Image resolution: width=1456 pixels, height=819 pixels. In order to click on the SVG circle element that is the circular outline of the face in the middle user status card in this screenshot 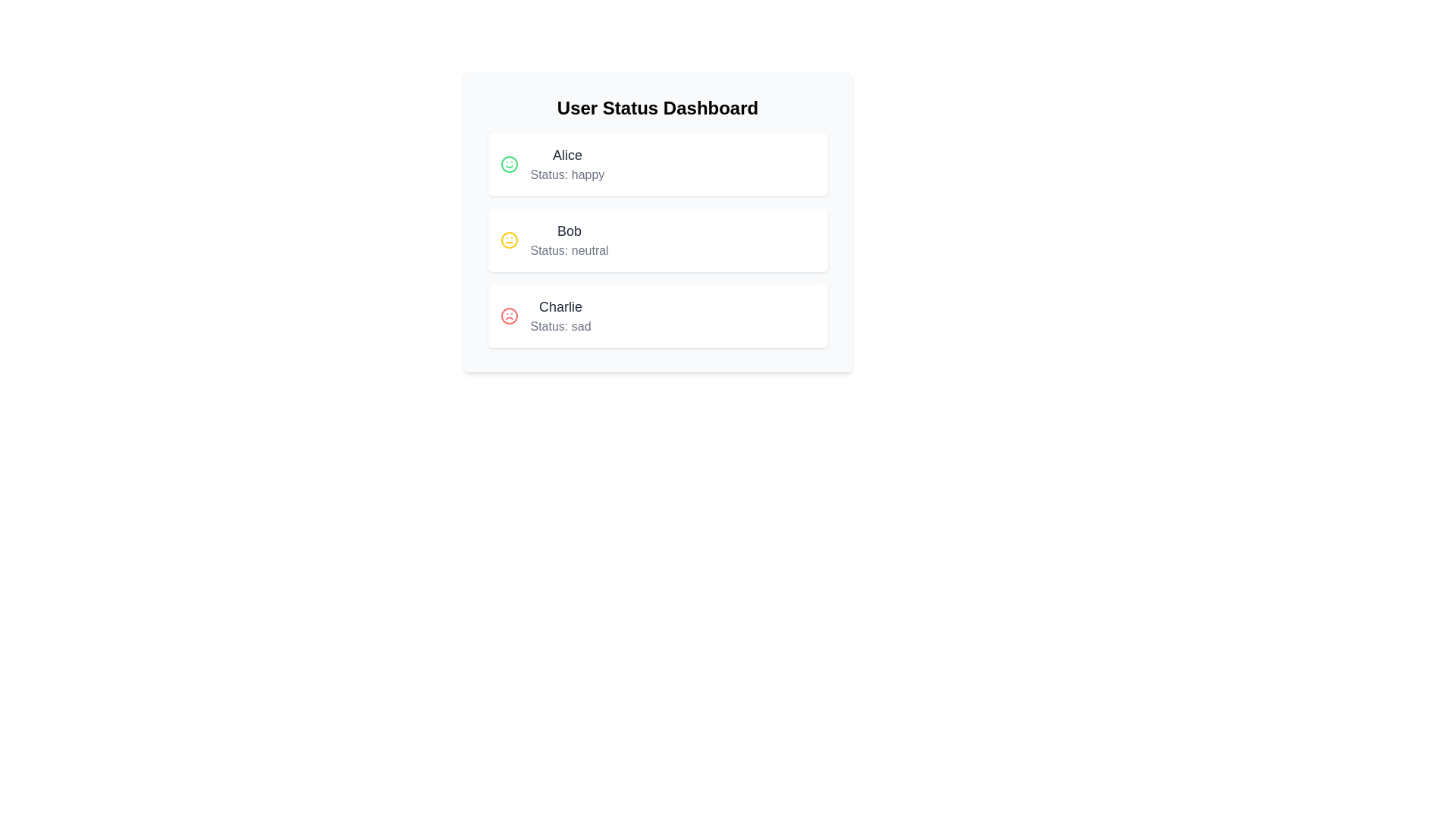, I will do `click(509, 239)`.